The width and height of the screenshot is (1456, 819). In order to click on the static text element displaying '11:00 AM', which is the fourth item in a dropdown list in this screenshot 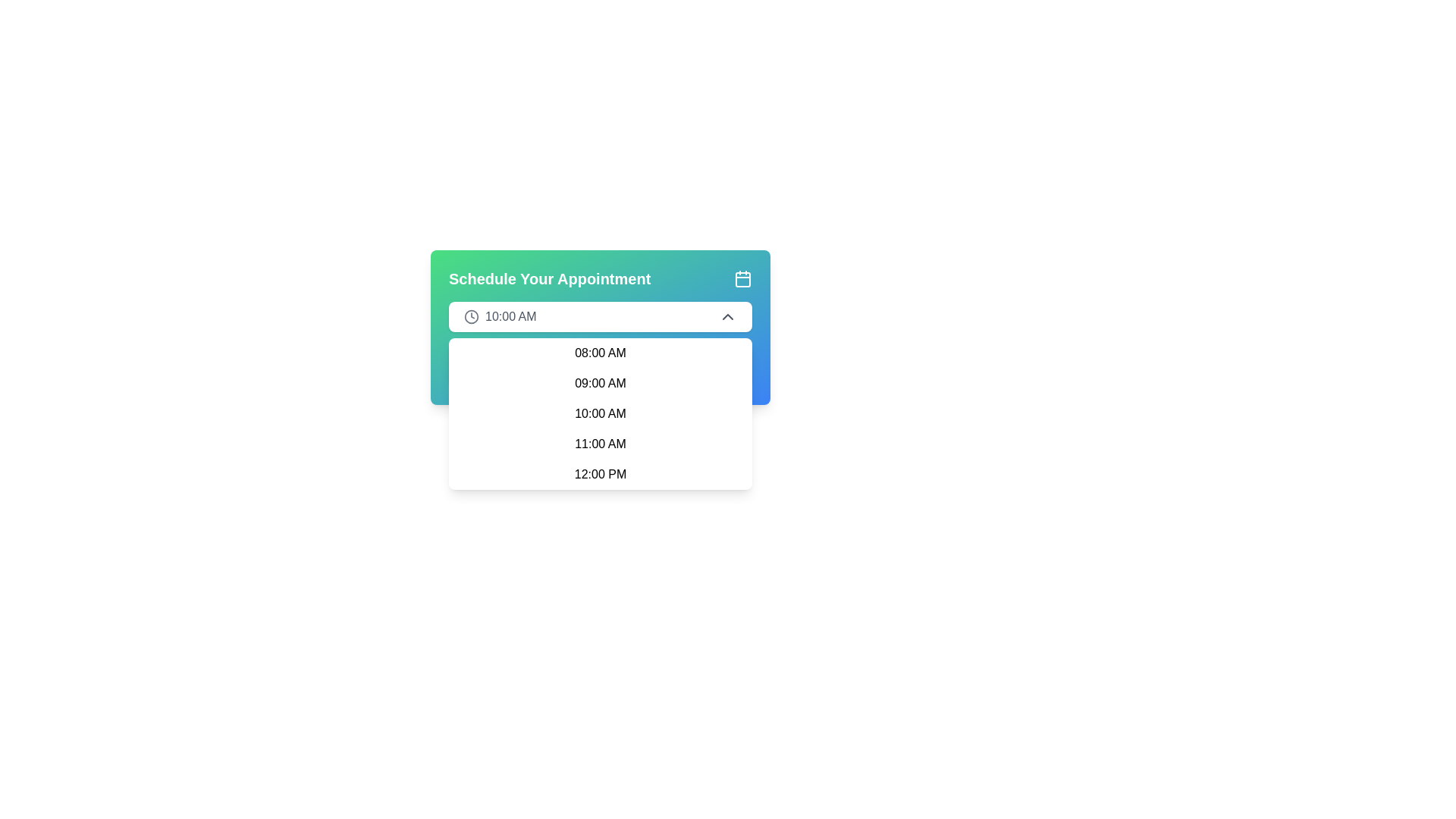, I will do `click(600, 444)`.